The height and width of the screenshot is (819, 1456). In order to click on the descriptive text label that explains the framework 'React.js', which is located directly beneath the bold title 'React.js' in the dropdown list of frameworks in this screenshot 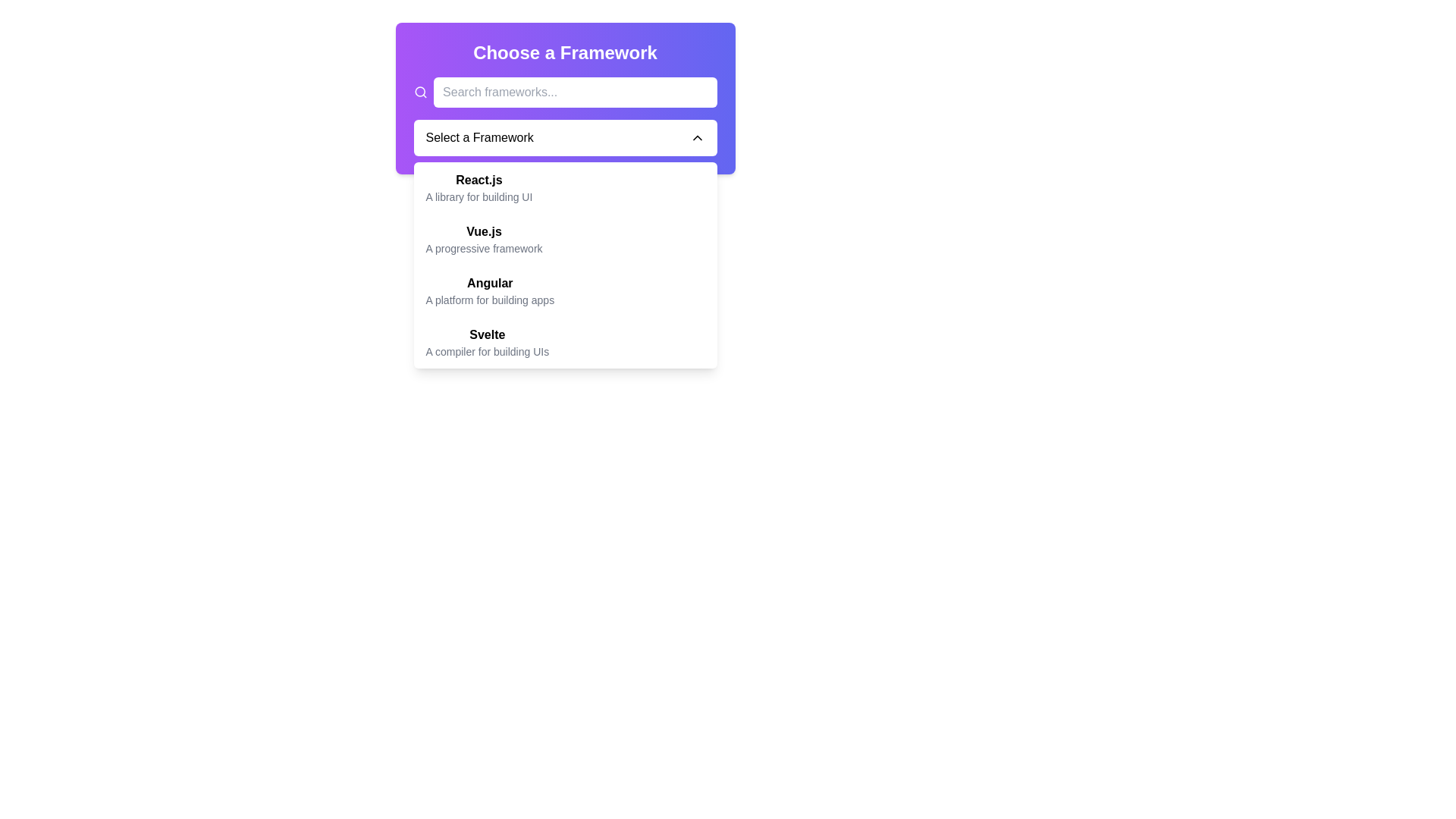, I will do `click(478, 196)`.